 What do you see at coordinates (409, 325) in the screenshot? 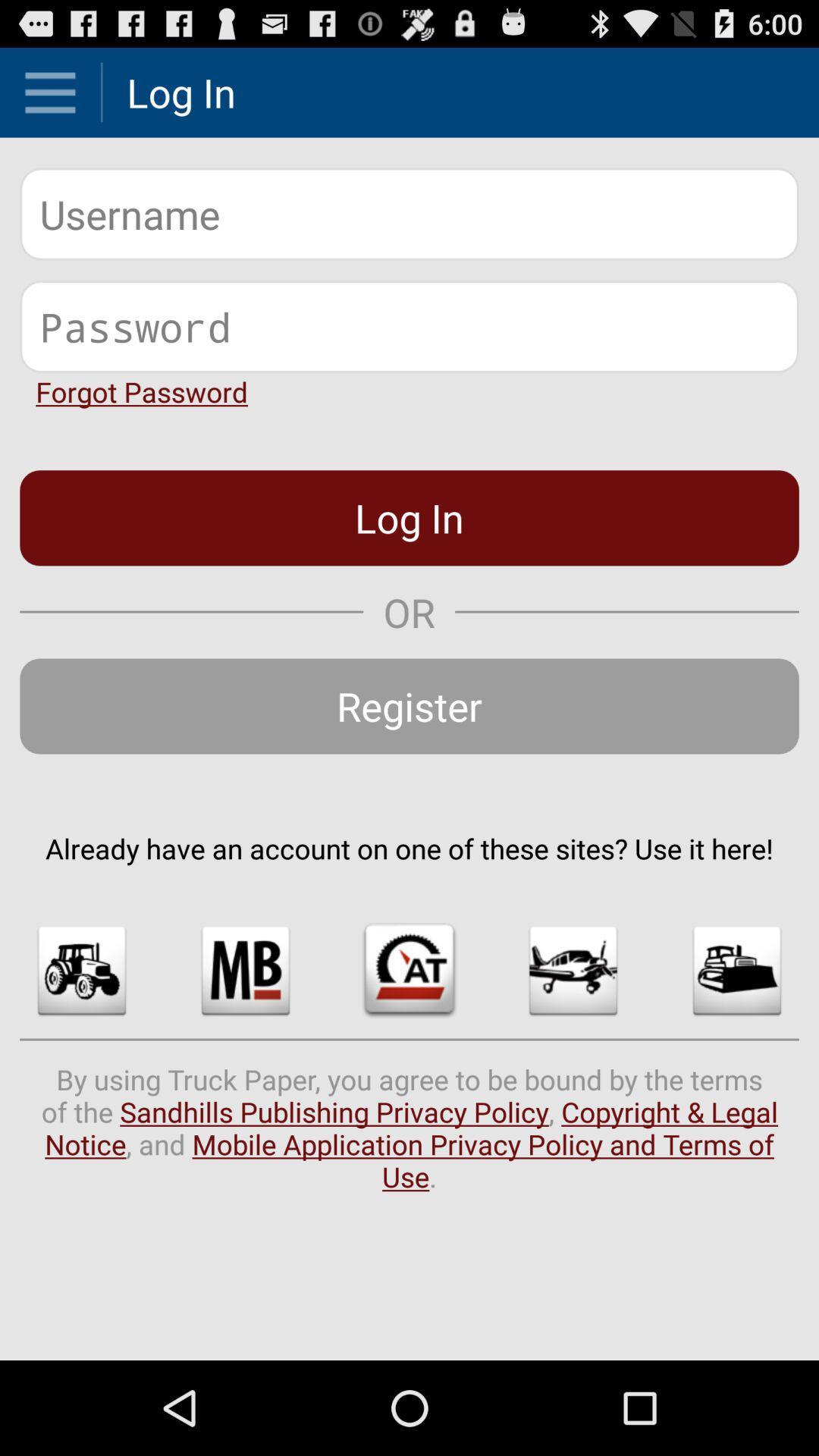
I see `password` at bounding box center [409, 325].